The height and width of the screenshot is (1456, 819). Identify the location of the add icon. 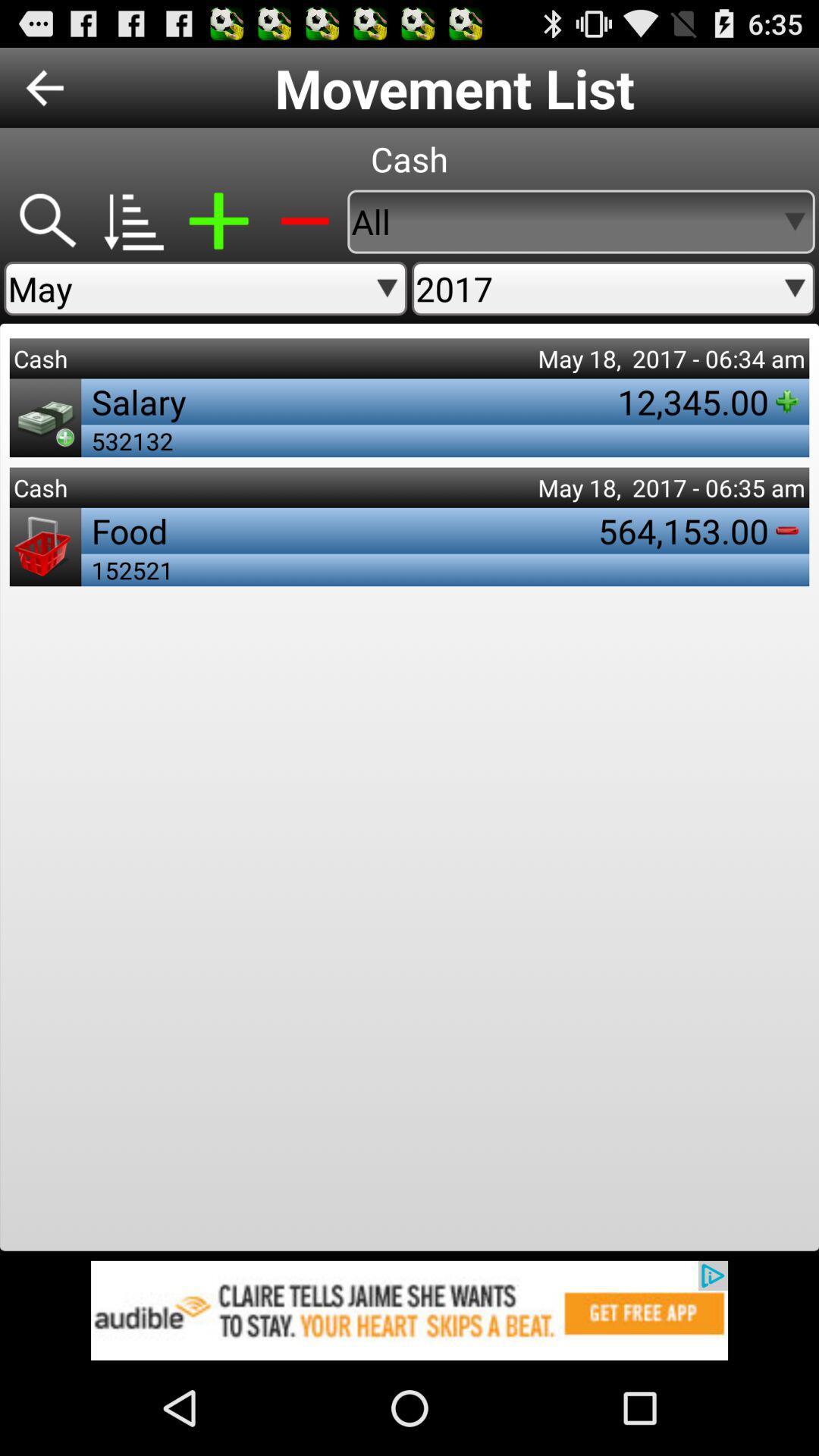
(218, 236).